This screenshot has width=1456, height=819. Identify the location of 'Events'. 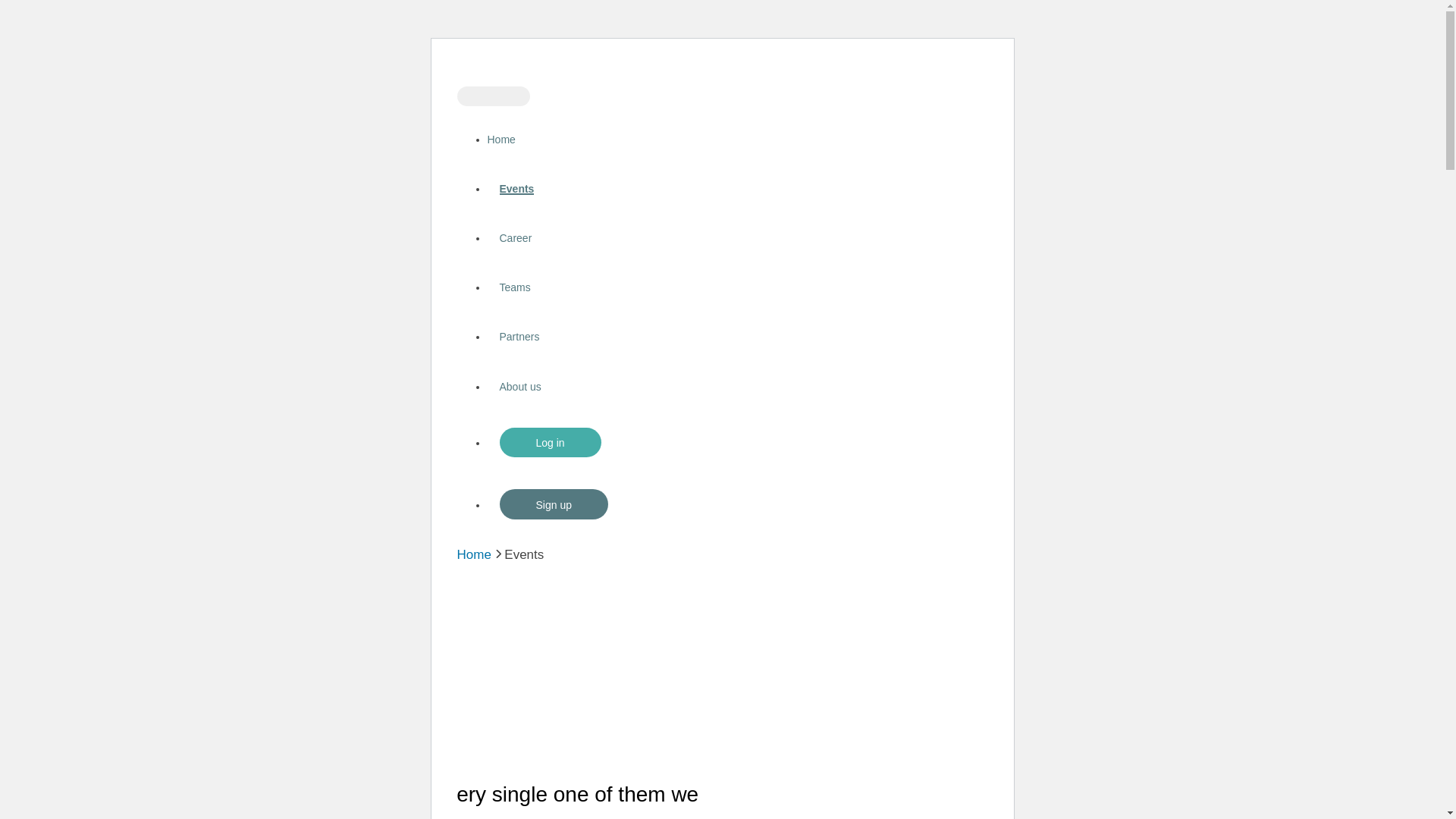
(516, 188).